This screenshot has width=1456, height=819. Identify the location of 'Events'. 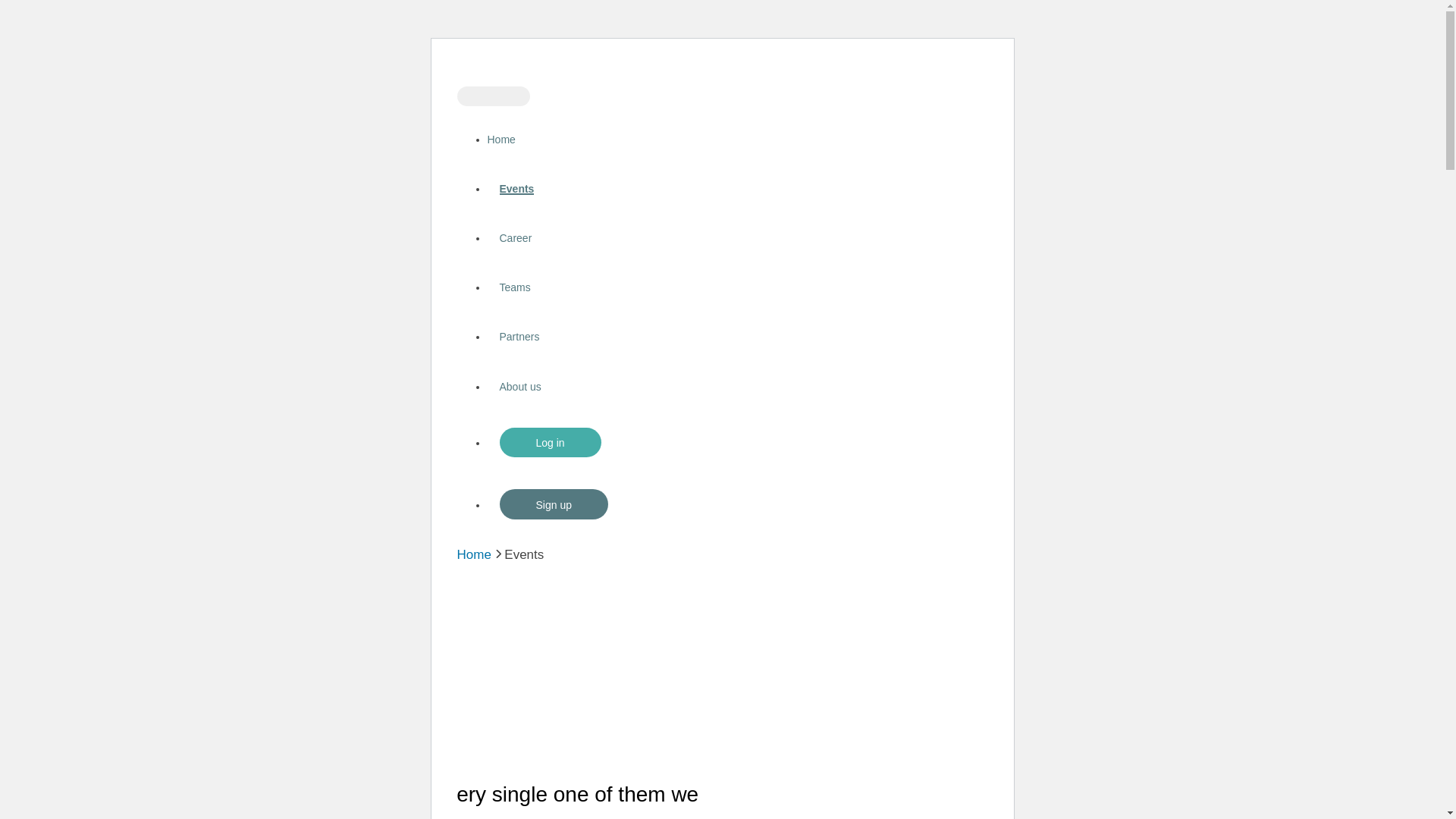
(516, 188).